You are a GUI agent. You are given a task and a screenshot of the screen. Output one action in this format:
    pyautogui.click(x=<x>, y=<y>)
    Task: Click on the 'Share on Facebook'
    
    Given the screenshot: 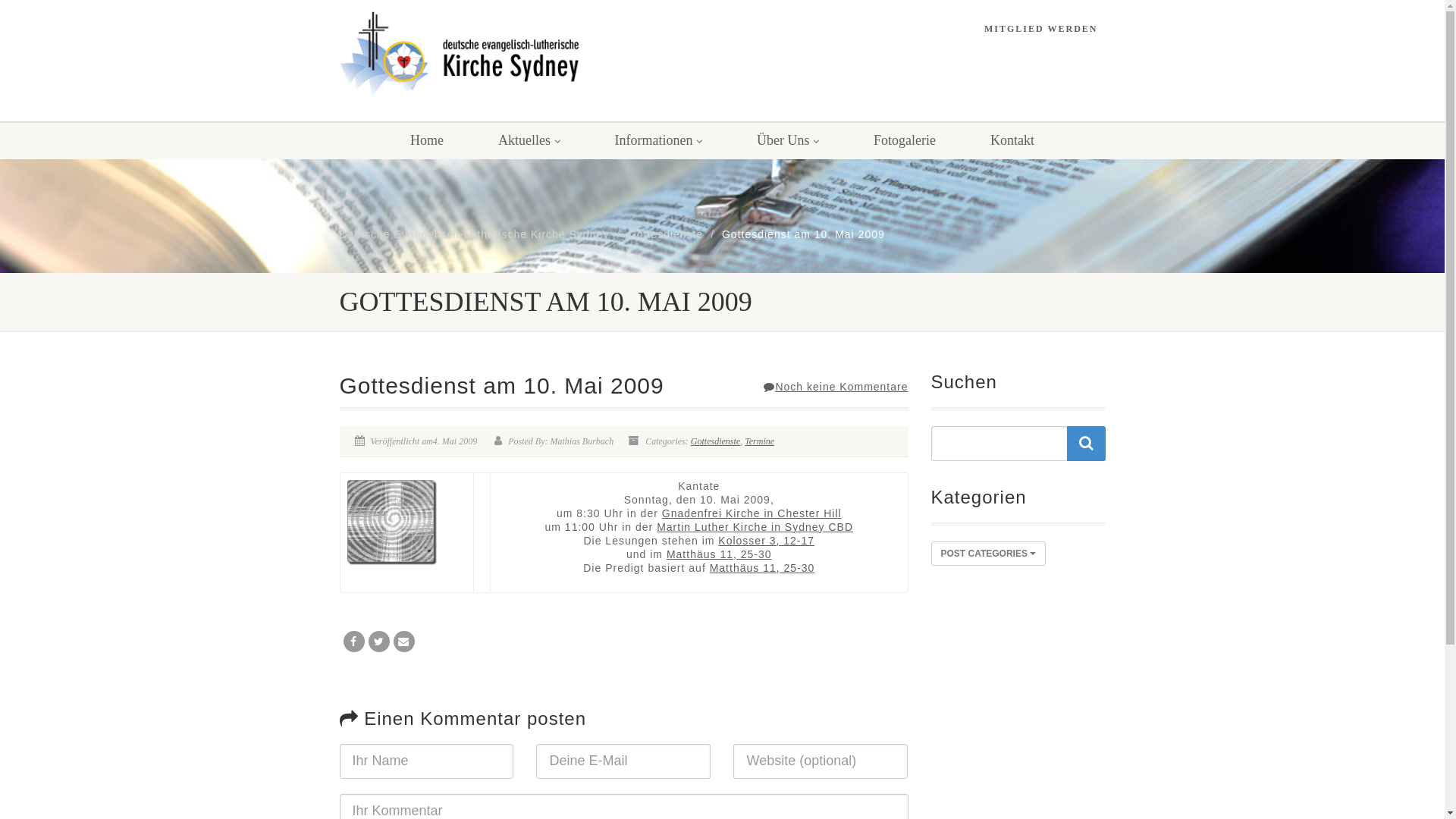 What is the action you would take?
    pyautogui.click(x=352, y=641)
    